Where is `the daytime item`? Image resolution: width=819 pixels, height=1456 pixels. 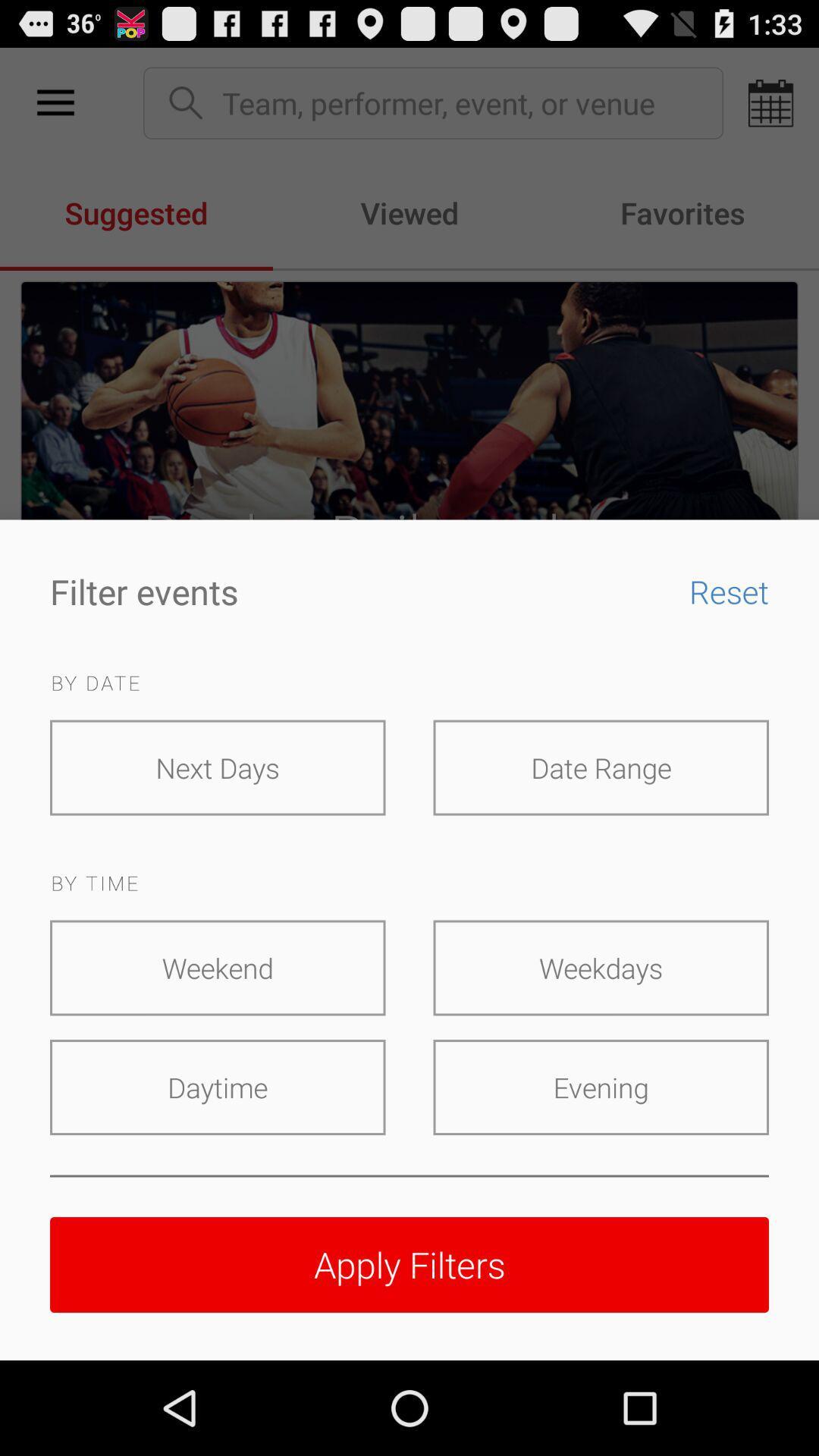 the daytime item is located at coordinates (218, 1087).